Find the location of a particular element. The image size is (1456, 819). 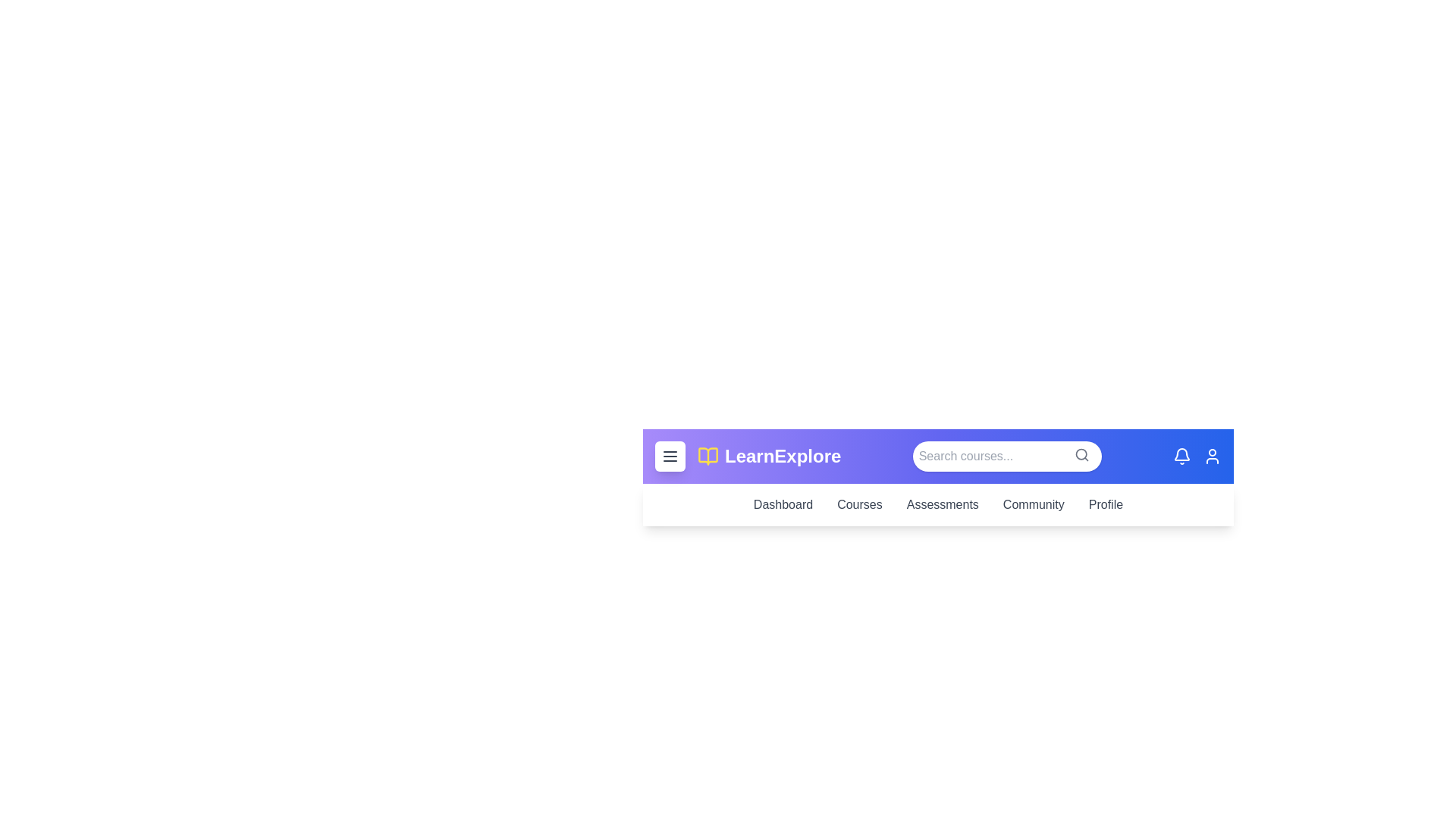

the Profile link in the navigation bar to navigate to the corresponding section is located at coordinates (1106, 505).